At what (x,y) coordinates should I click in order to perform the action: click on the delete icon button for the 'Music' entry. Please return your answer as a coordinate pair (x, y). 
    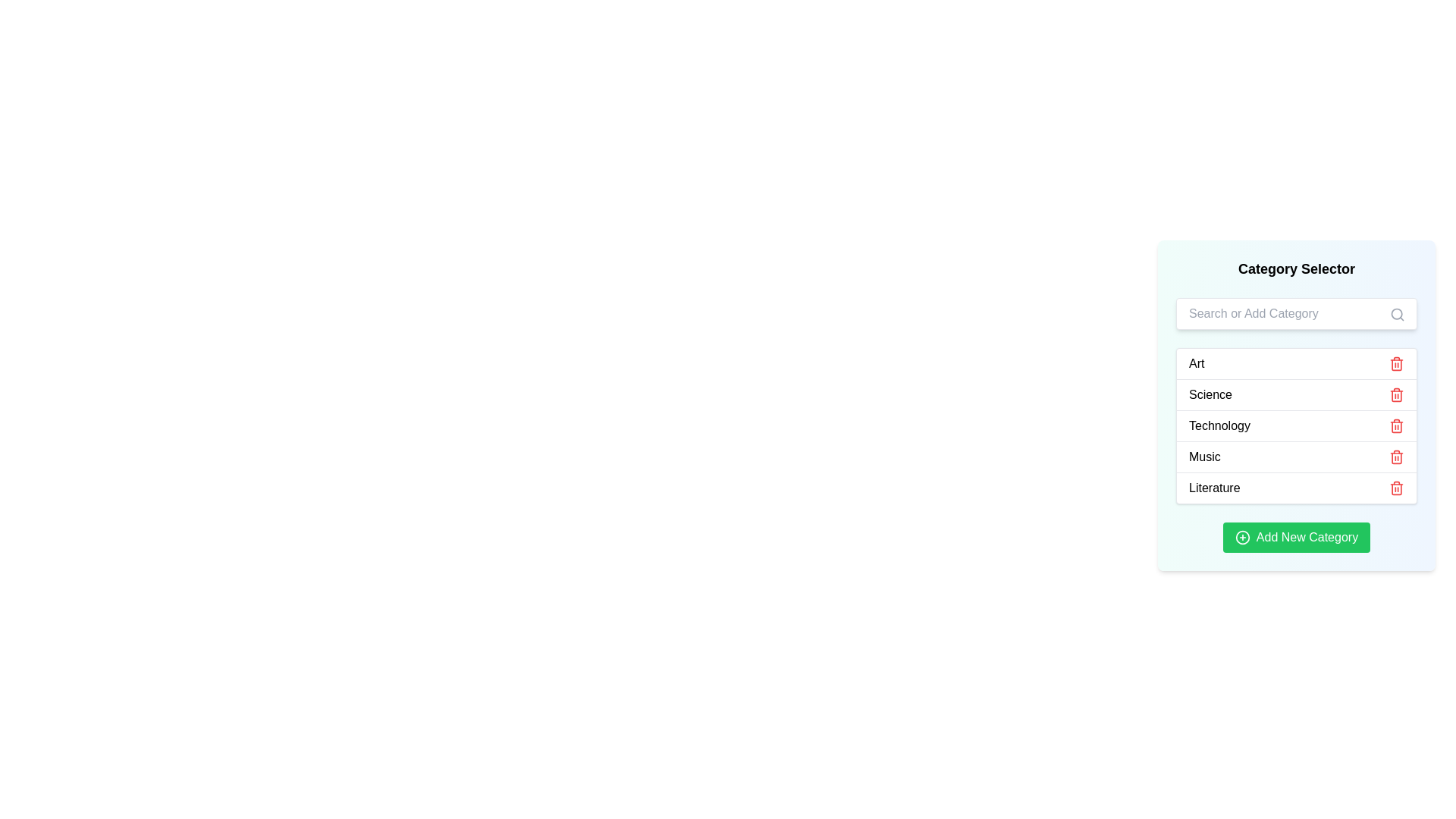
    Looking at the image, I should click on (1396, 456).